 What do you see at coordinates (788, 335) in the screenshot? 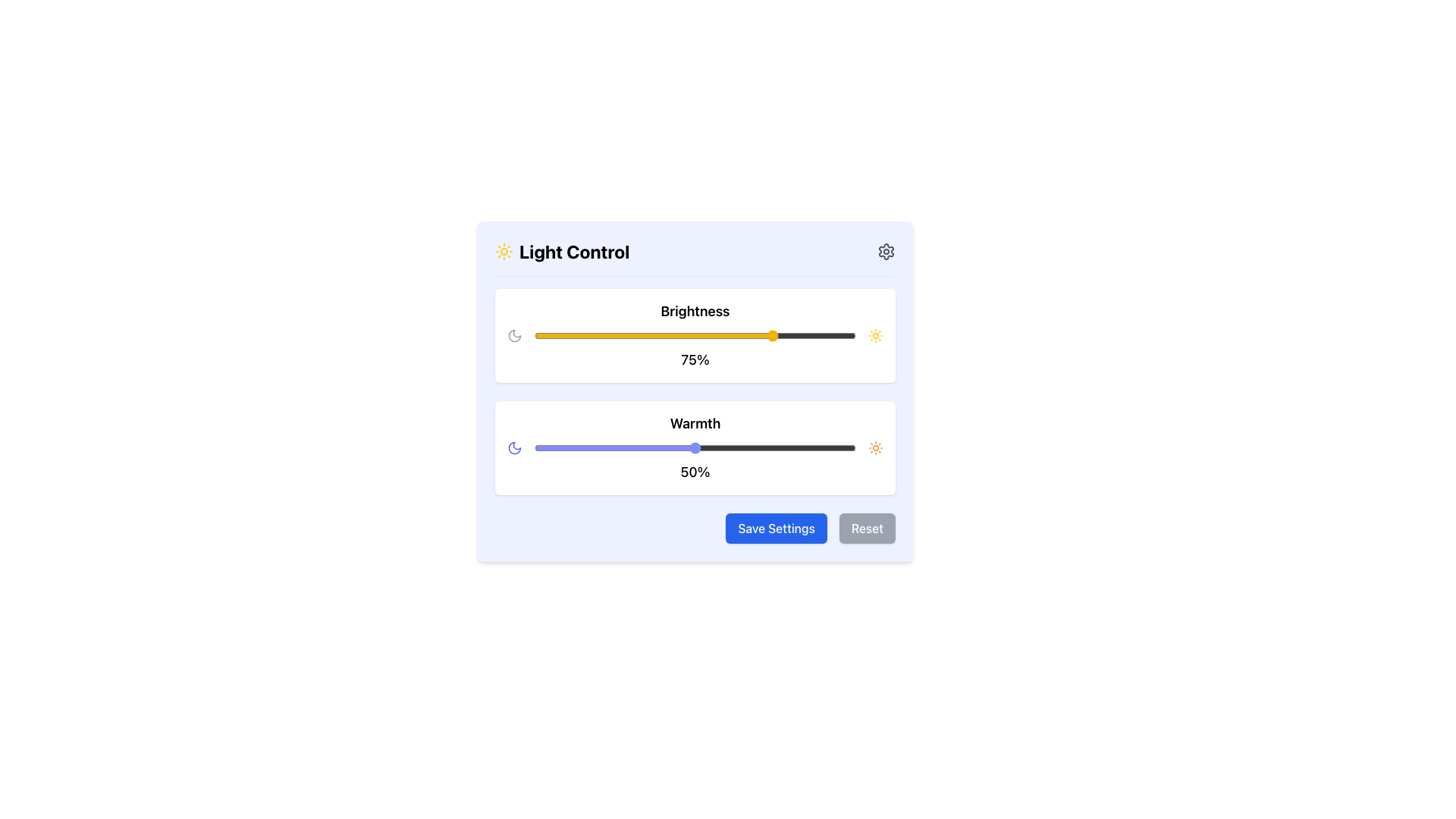
I see `brightness` at bounding box center [788, 335].